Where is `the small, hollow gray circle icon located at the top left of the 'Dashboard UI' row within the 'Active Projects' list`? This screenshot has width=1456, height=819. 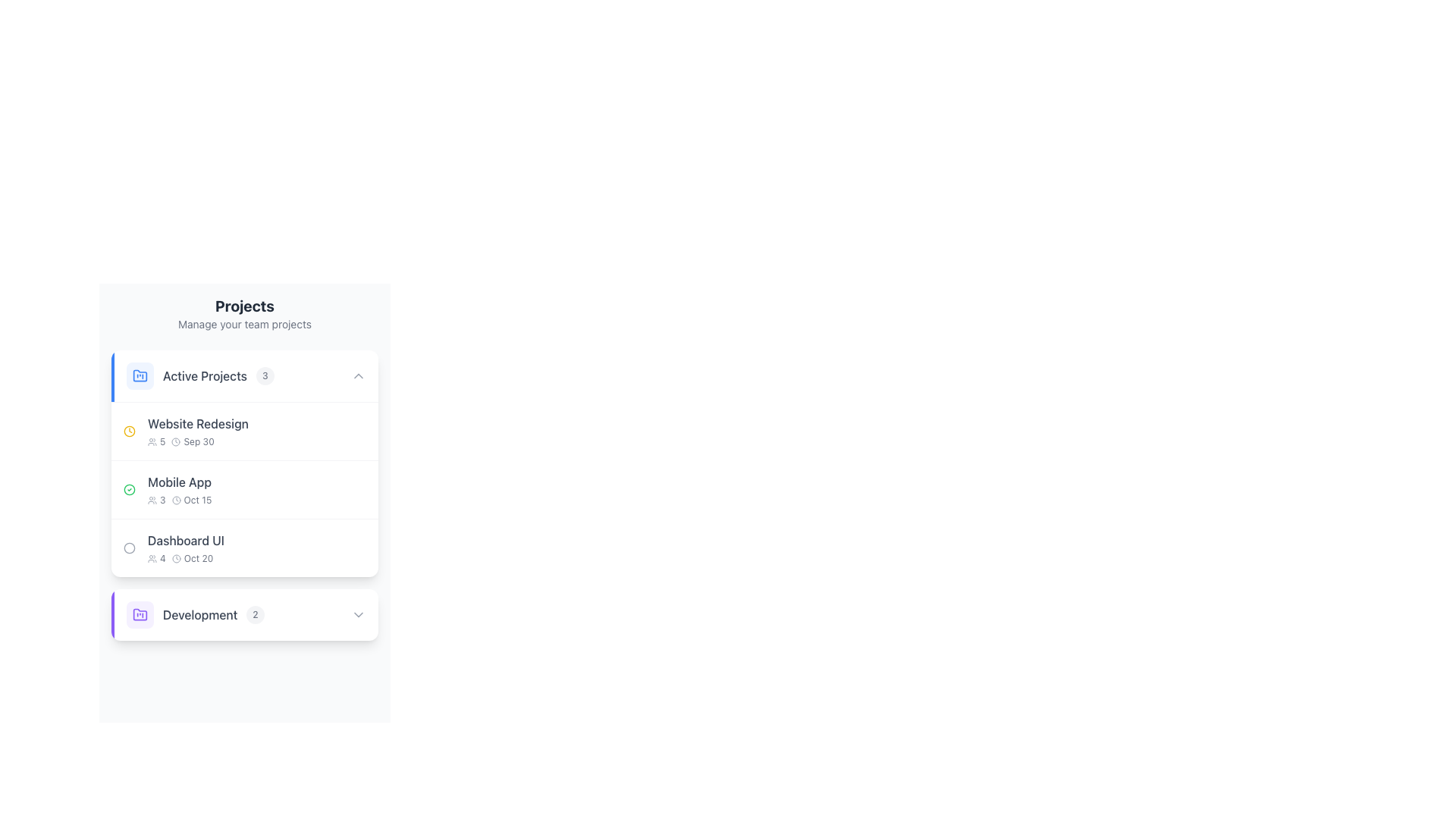
the small, hollow gray circle icon located at the top left of the 'Dashboard UI' row within the 'Active Projects' list is located at coordinates (130, 548).